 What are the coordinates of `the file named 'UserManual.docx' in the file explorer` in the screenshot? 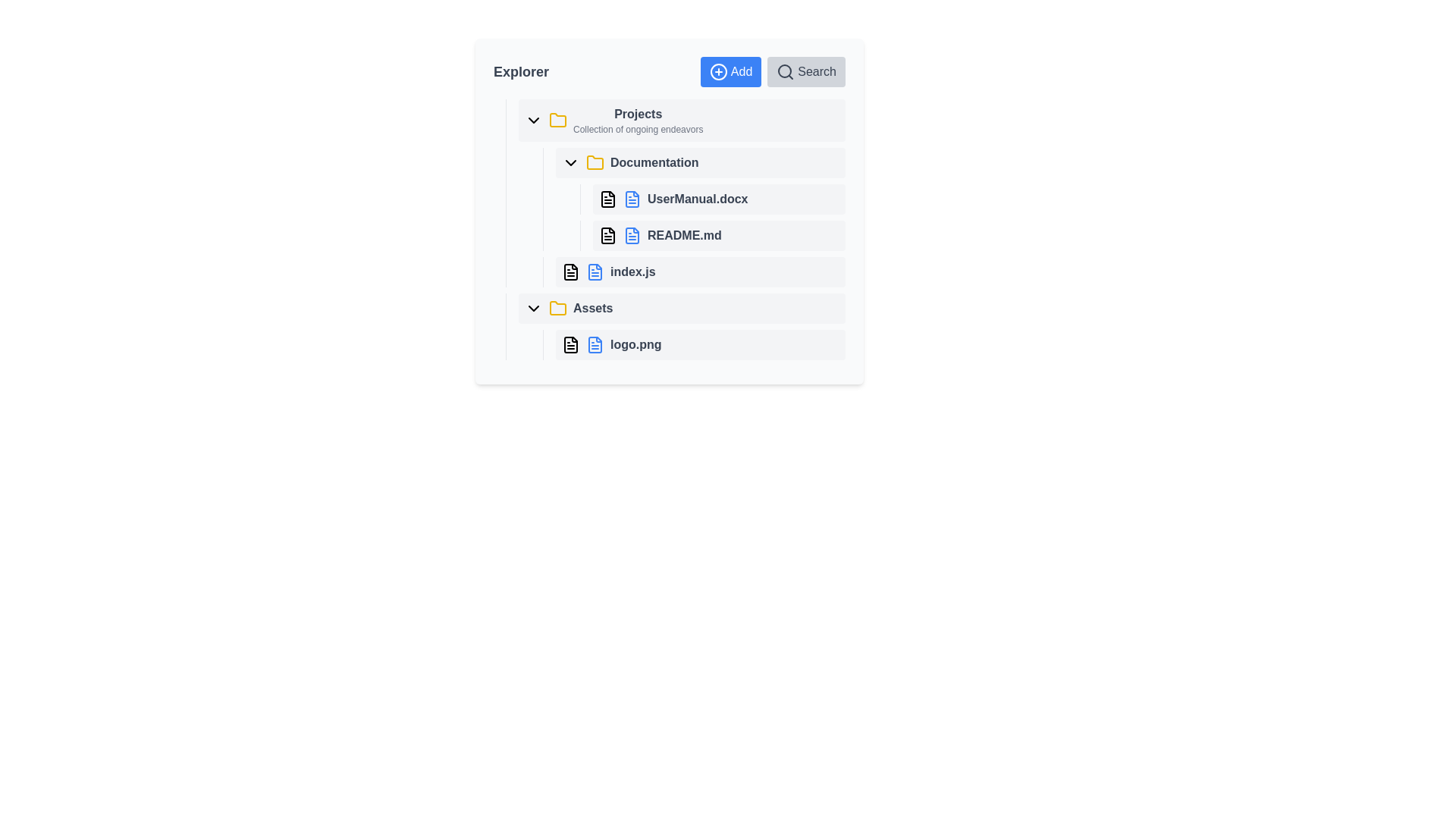 It's located at (693, 198).